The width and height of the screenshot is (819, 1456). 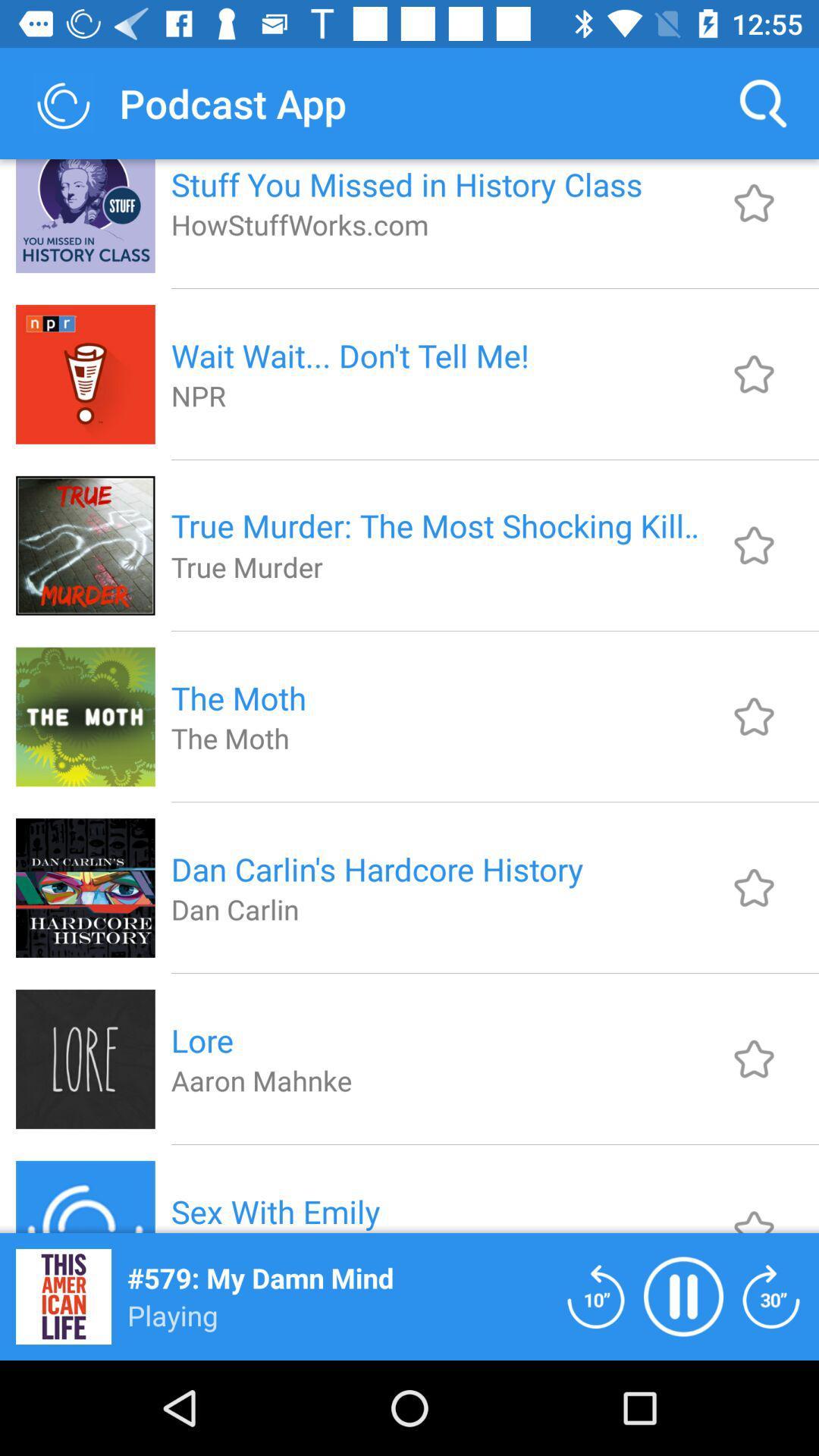 I want to click on voltar a musica 10 segundos, so click(x=595, y=1295).